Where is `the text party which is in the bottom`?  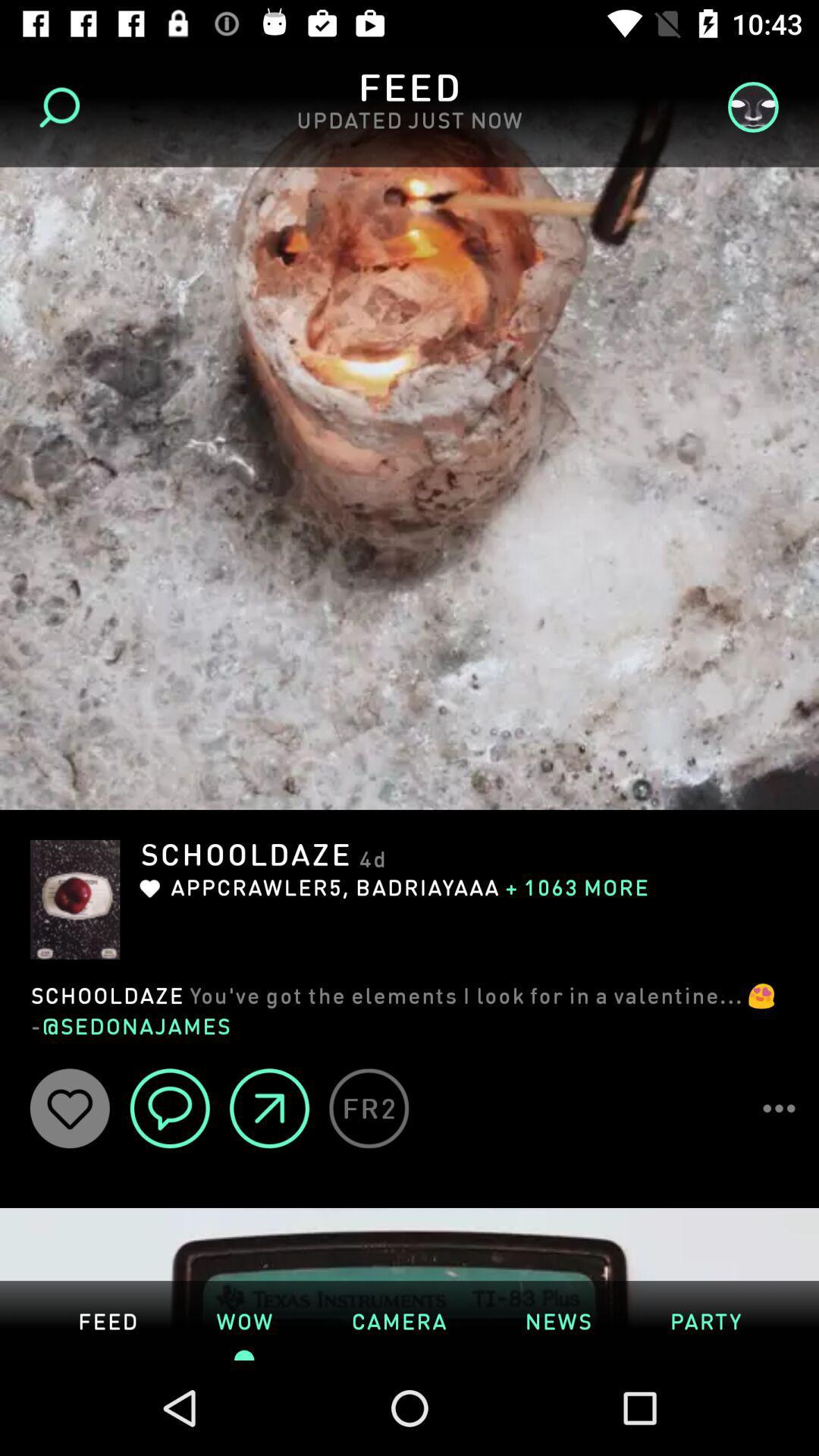 the text party which is in the bottom is located at coordinates (705, 1319).